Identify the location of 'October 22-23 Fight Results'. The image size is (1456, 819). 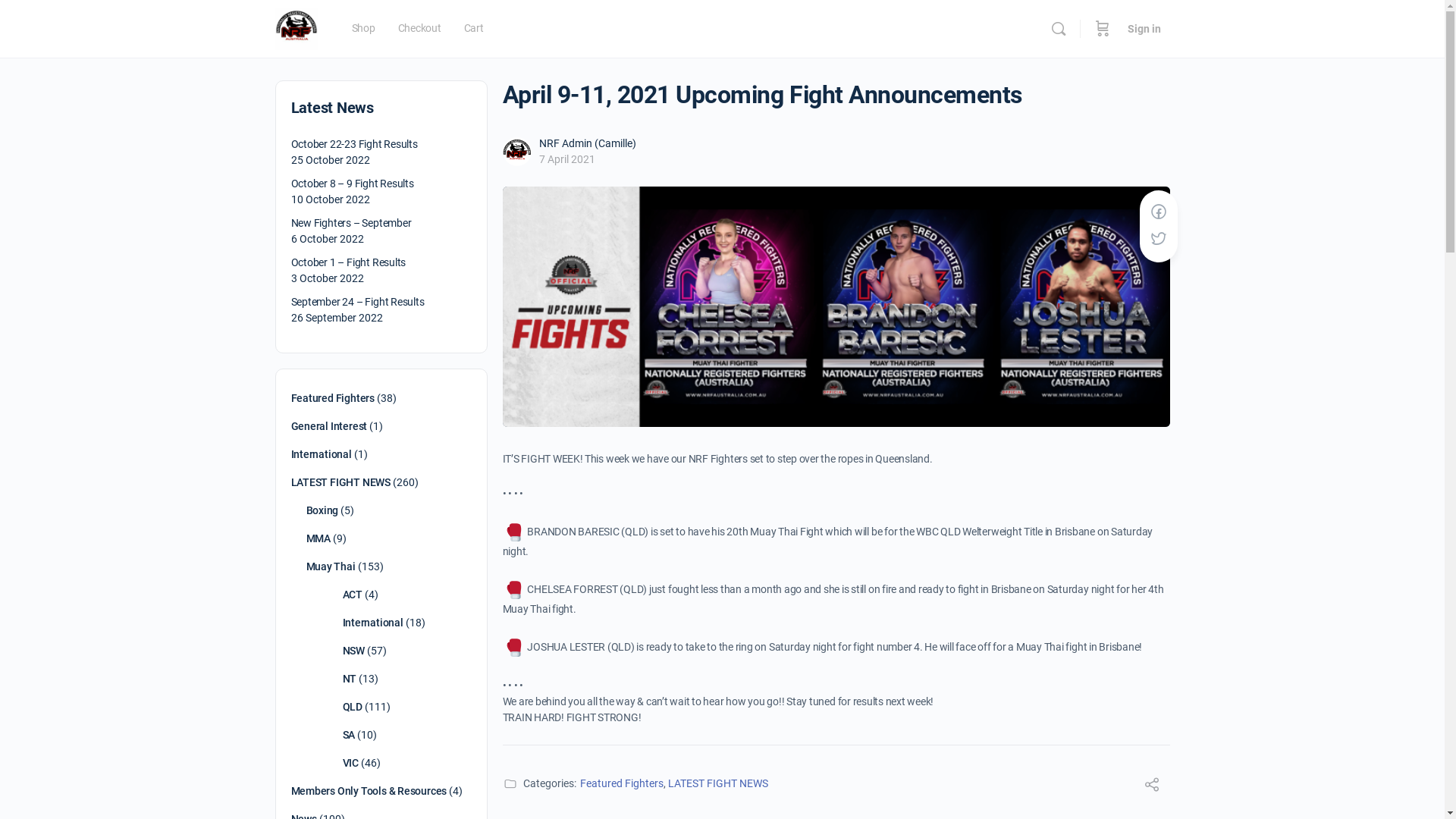
(353, 143).